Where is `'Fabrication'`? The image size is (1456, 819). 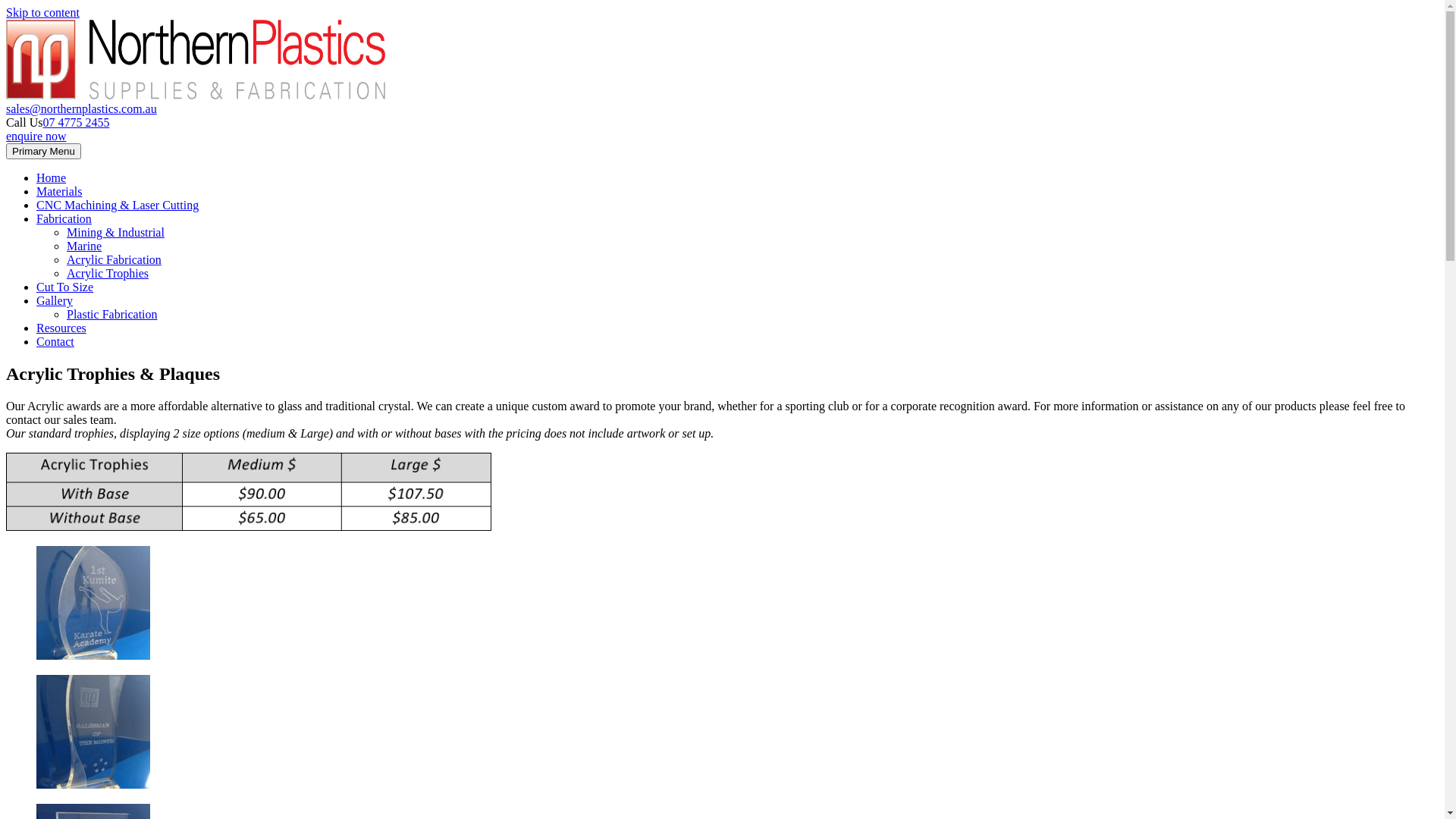
'Fabrication' is located at coordinates (63, 218).